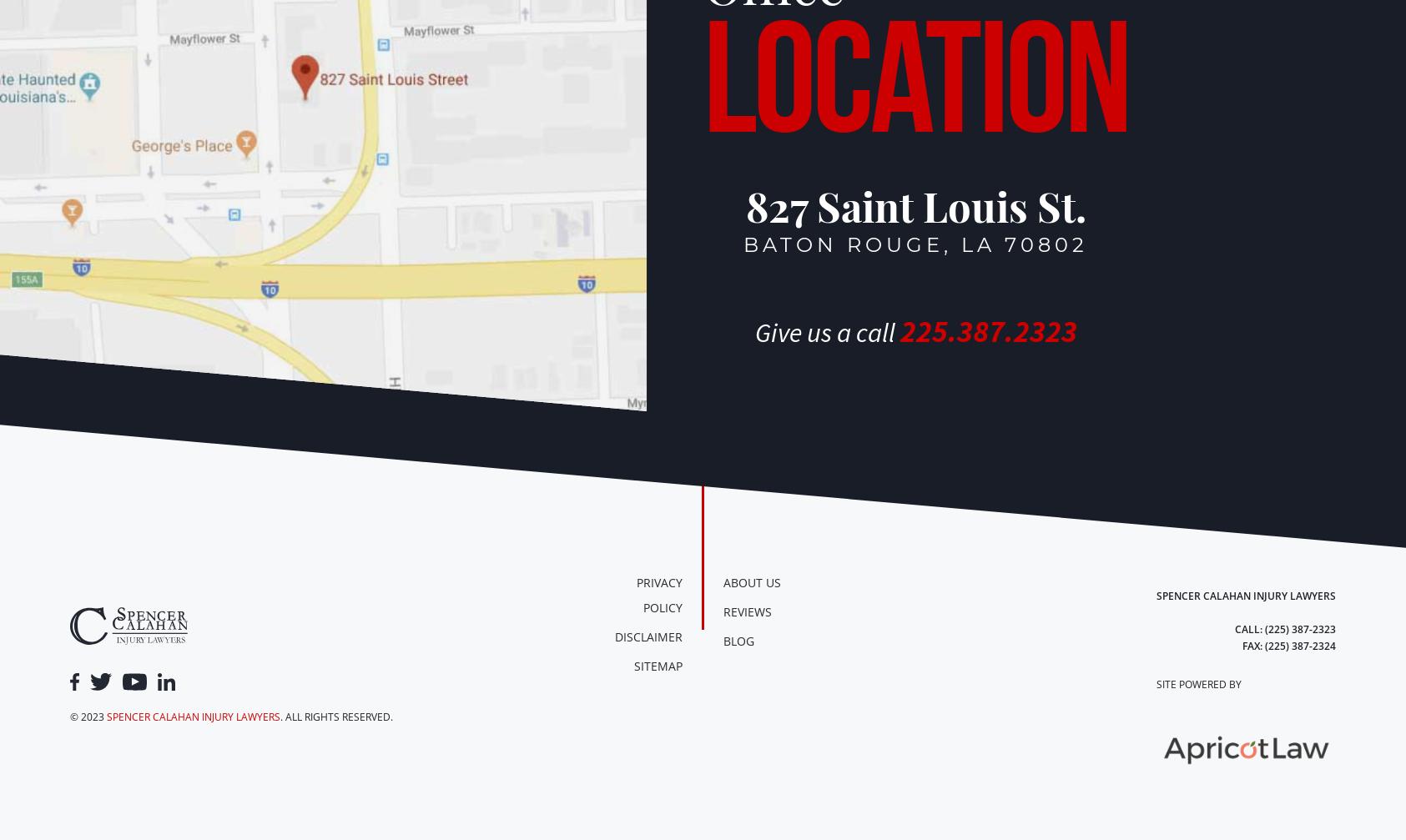 The width and height of the screenshot is (1406, 840). I want to click on '(225) 387-2324', so click(1299, 645).